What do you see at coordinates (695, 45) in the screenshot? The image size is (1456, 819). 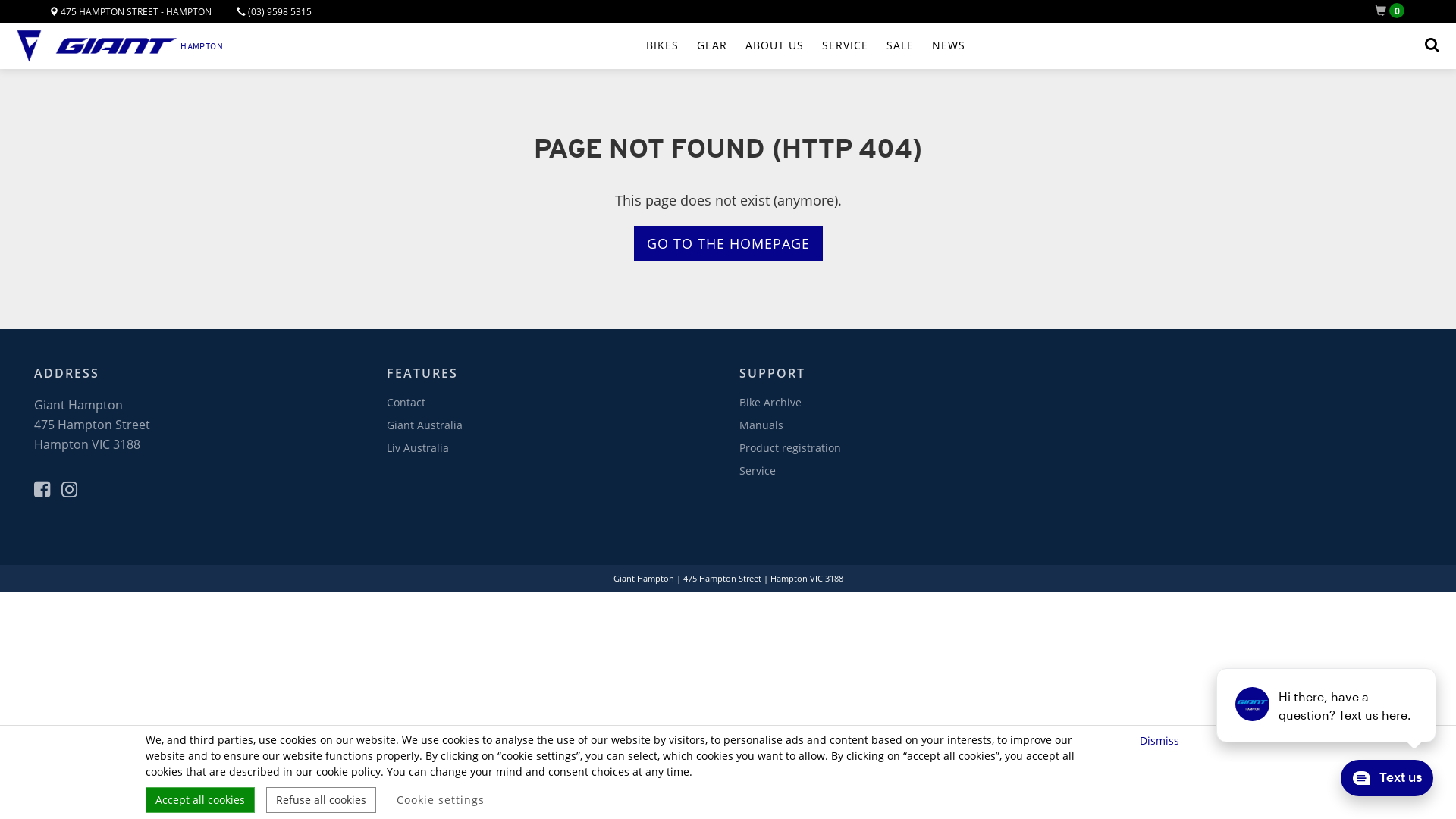 I see `'GEAR'` at bounding box center [695, 45].